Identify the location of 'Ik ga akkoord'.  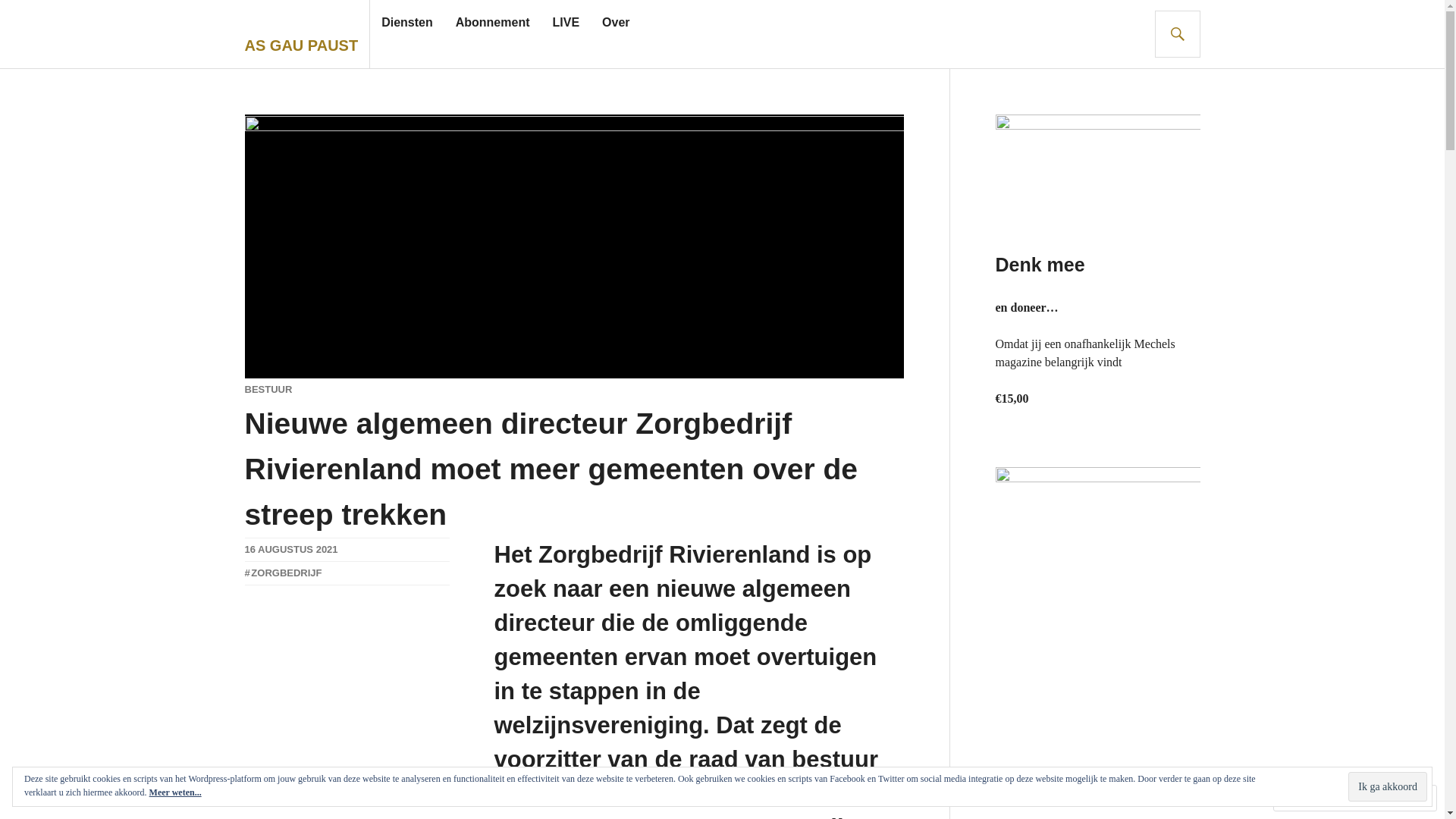
(1387, 786).